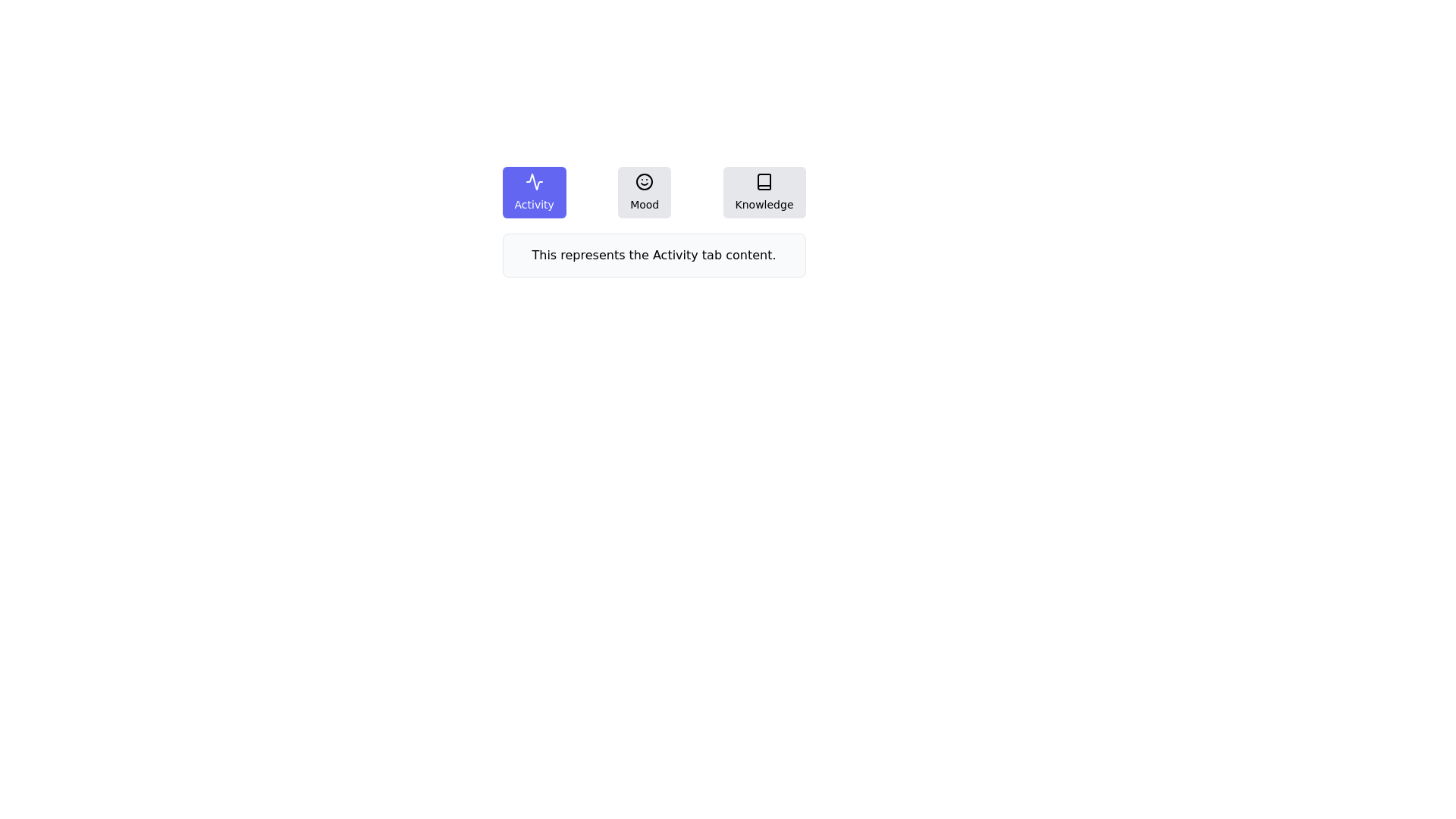  I want to click on text of the 'Activity' navigation tab label, which is the first element in a tab-like navigation component located in the header row, so click(534, 205).